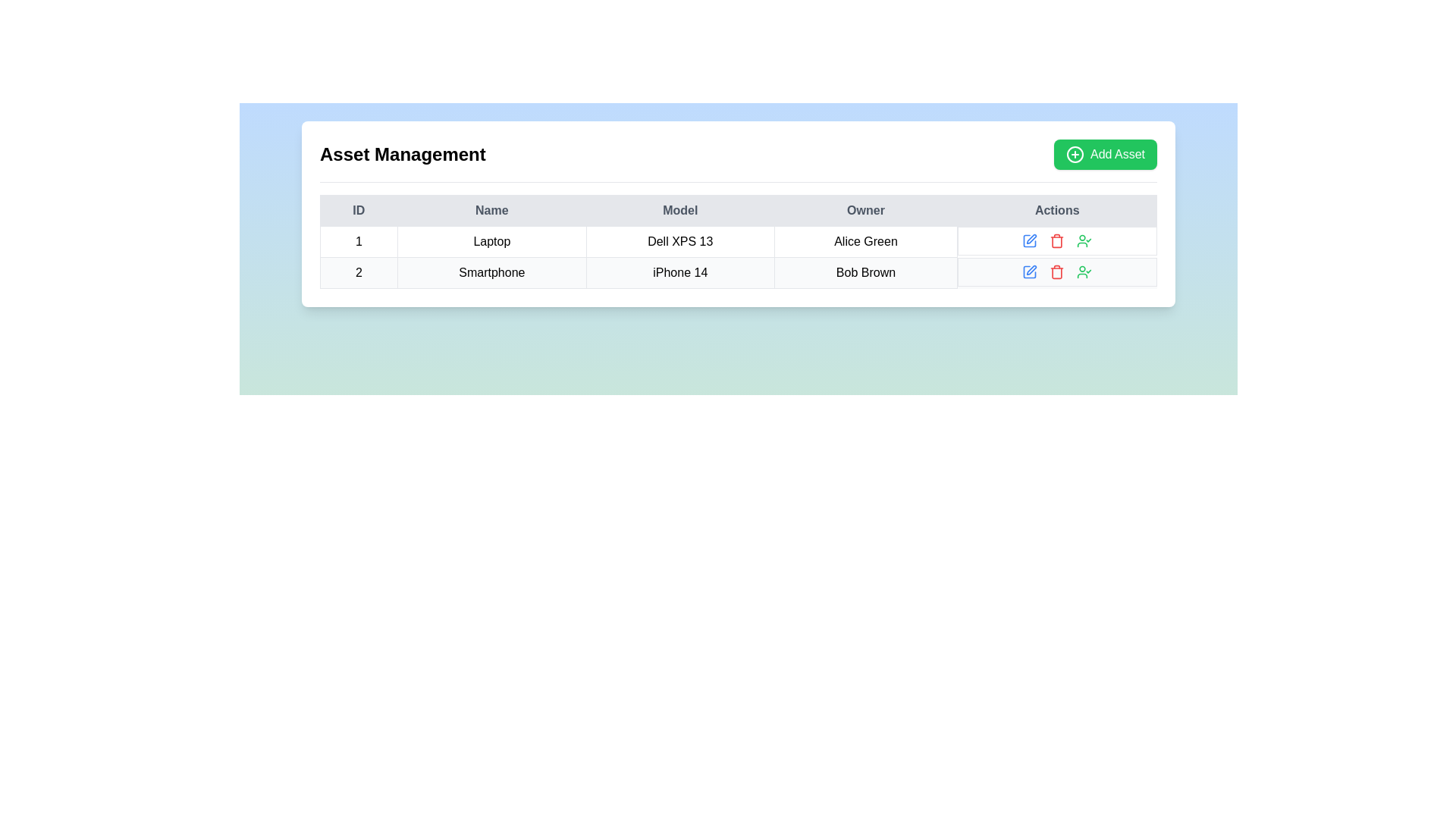 The image size is (1456, 819). What do you see at coordinates (1056, 240) in the screenshot?
I see `the inline action button group in the 'Actions' column of the first row` at bounding box center [1056, 240].